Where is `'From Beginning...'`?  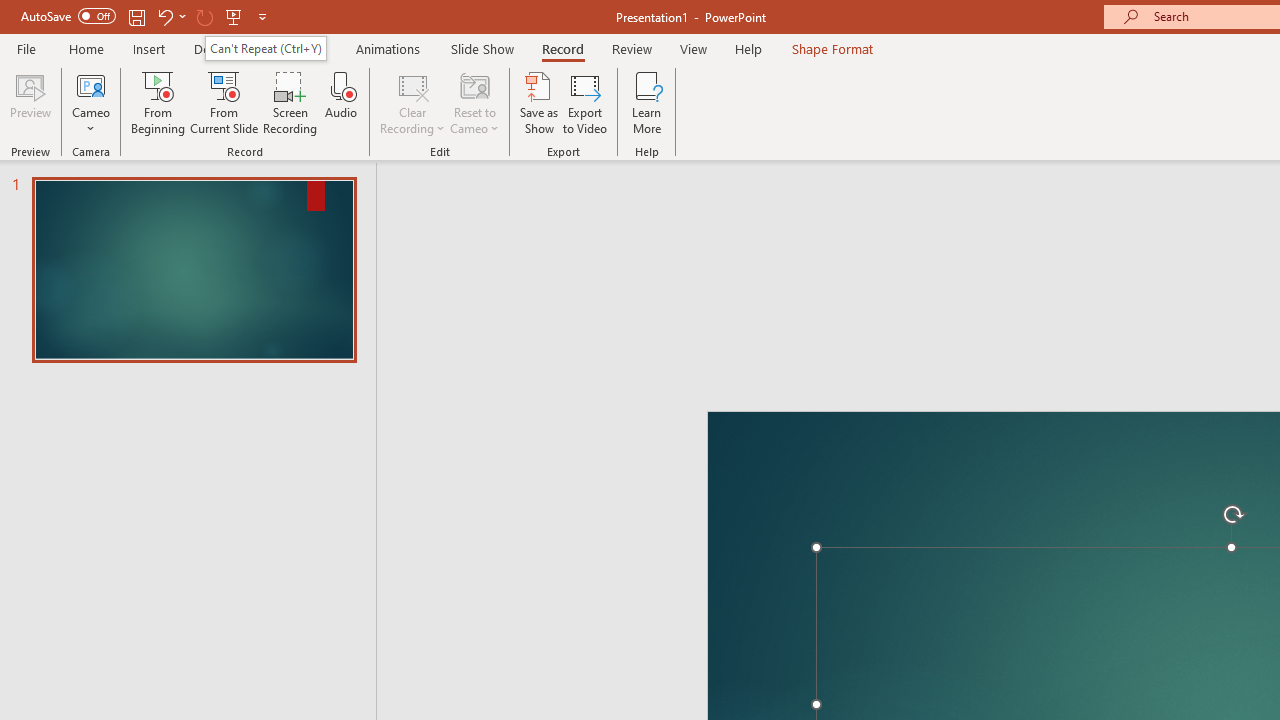 'From Beginning...' is located at coordinates (157, 103).